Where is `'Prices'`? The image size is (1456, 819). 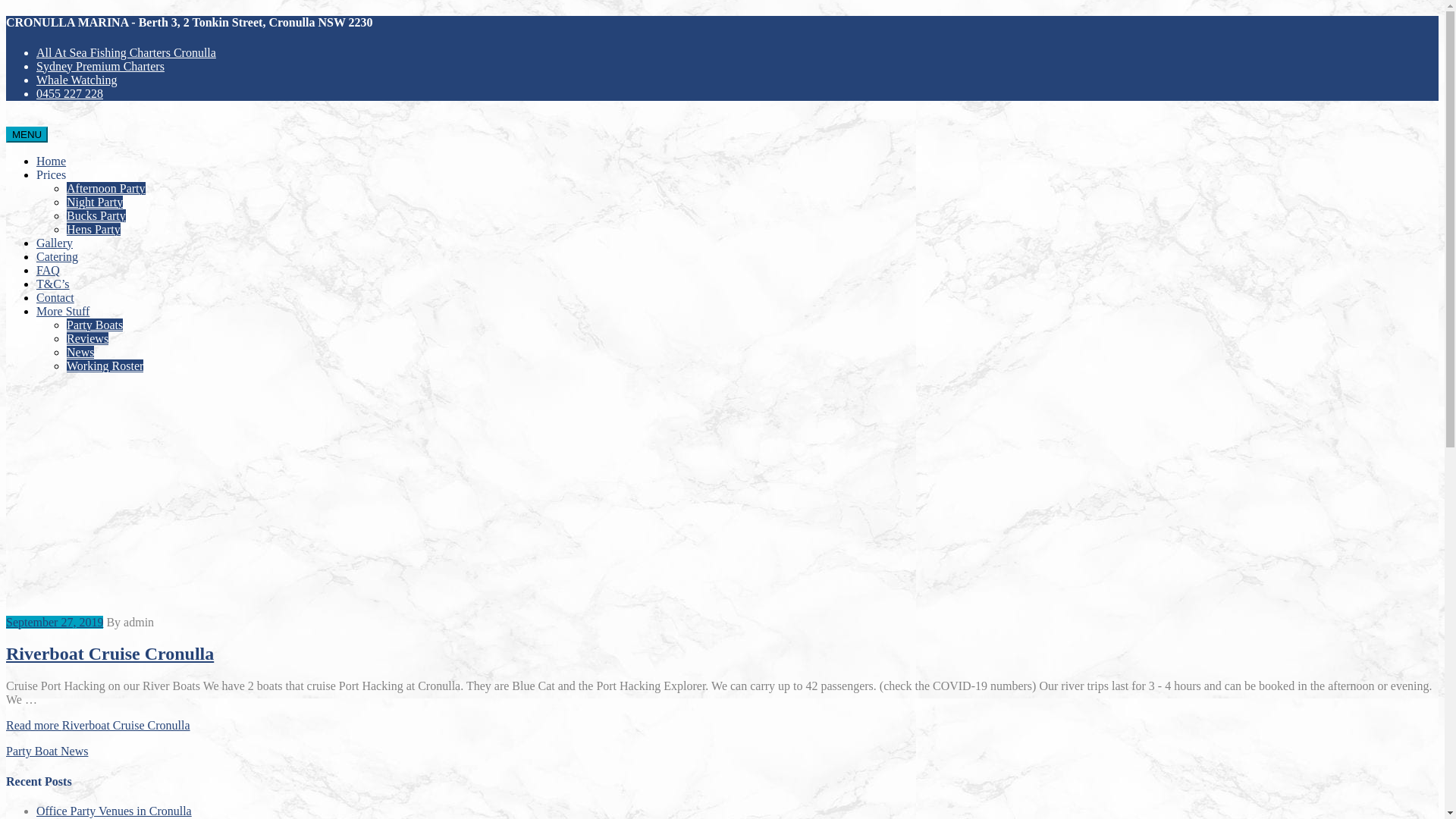 'Prices' is located at coordinates (51, 174).